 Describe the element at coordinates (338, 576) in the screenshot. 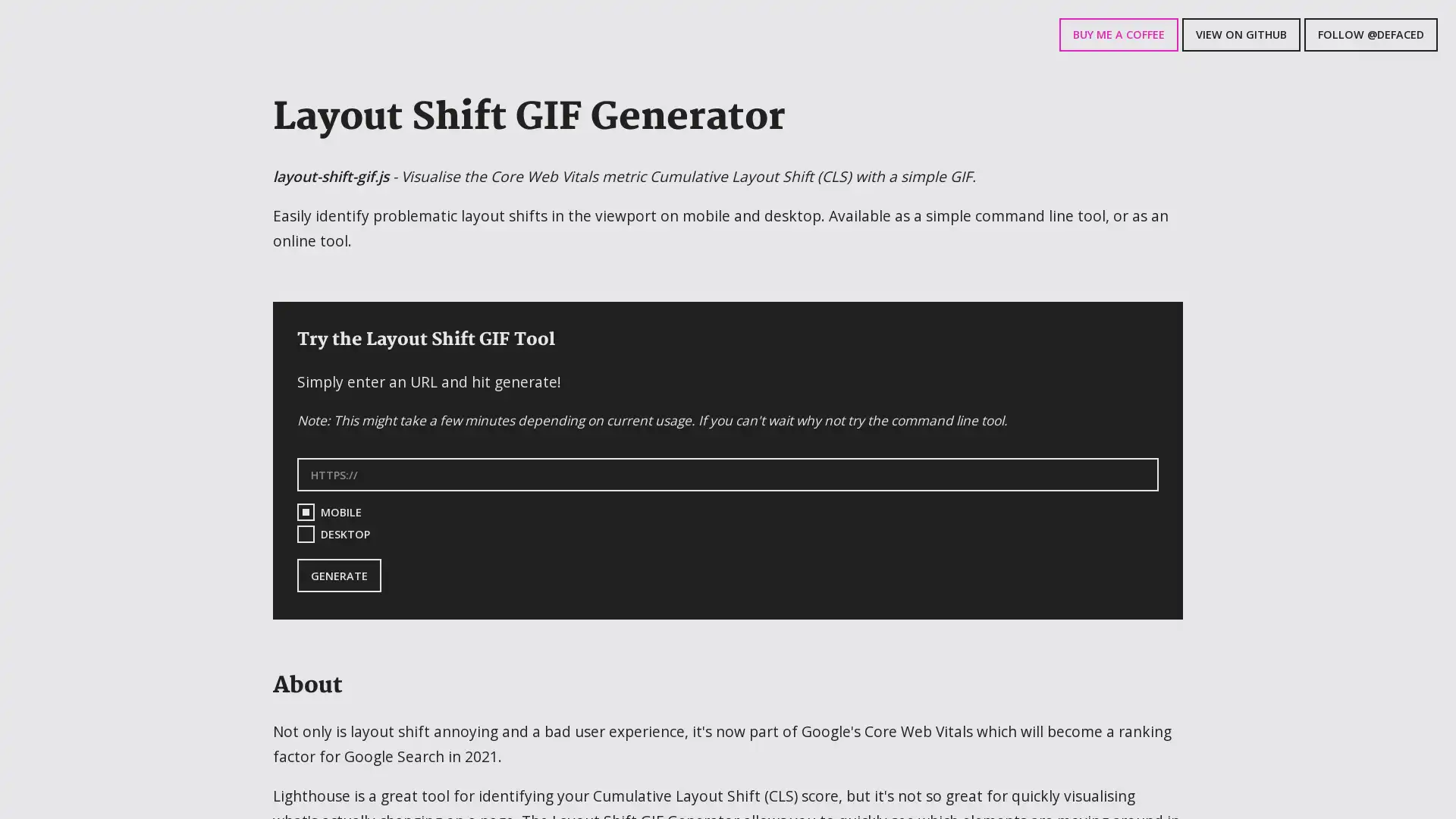

I see `Generate` at that location.